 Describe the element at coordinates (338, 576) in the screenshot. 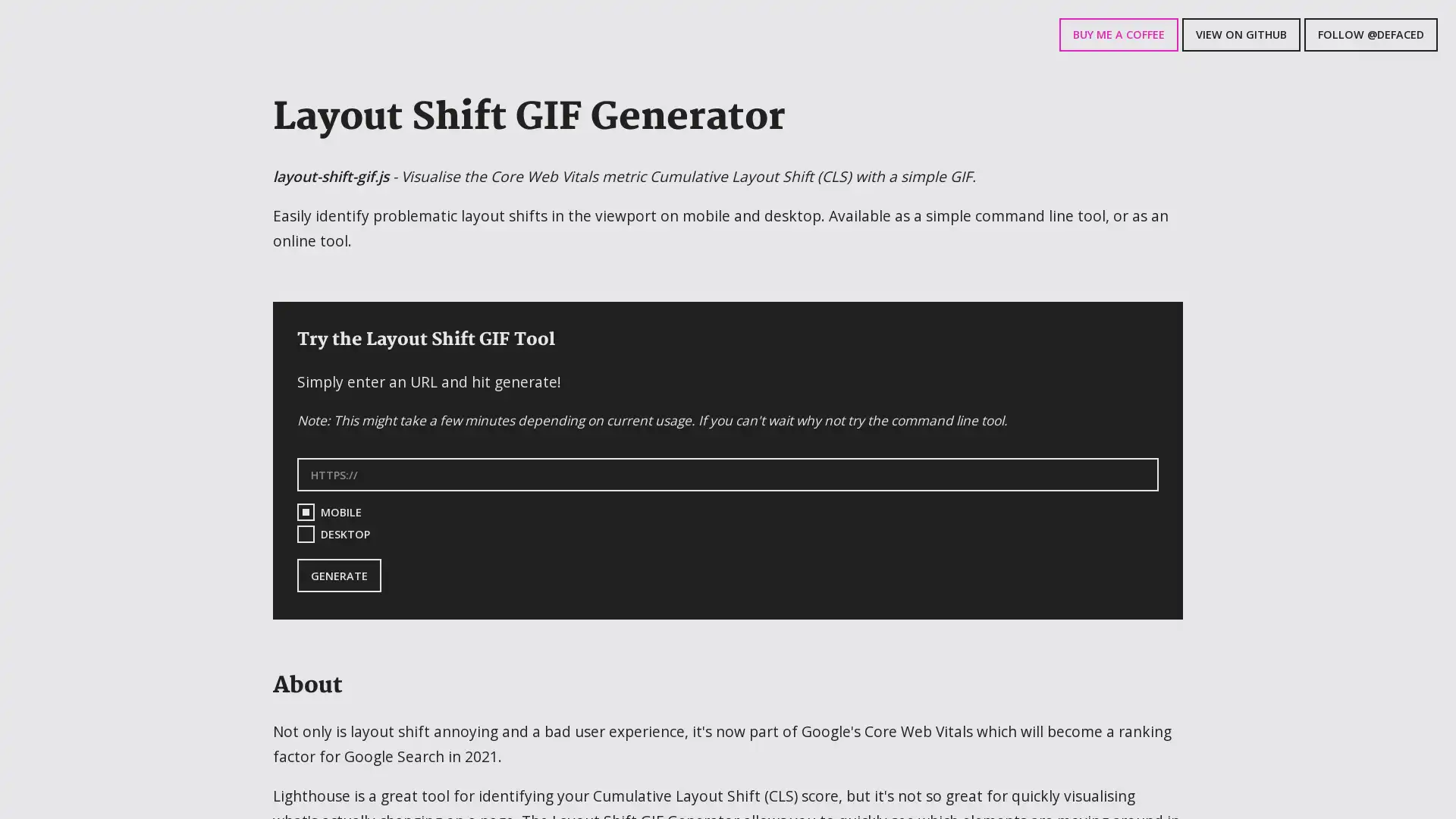

I see `Generate` at that location.